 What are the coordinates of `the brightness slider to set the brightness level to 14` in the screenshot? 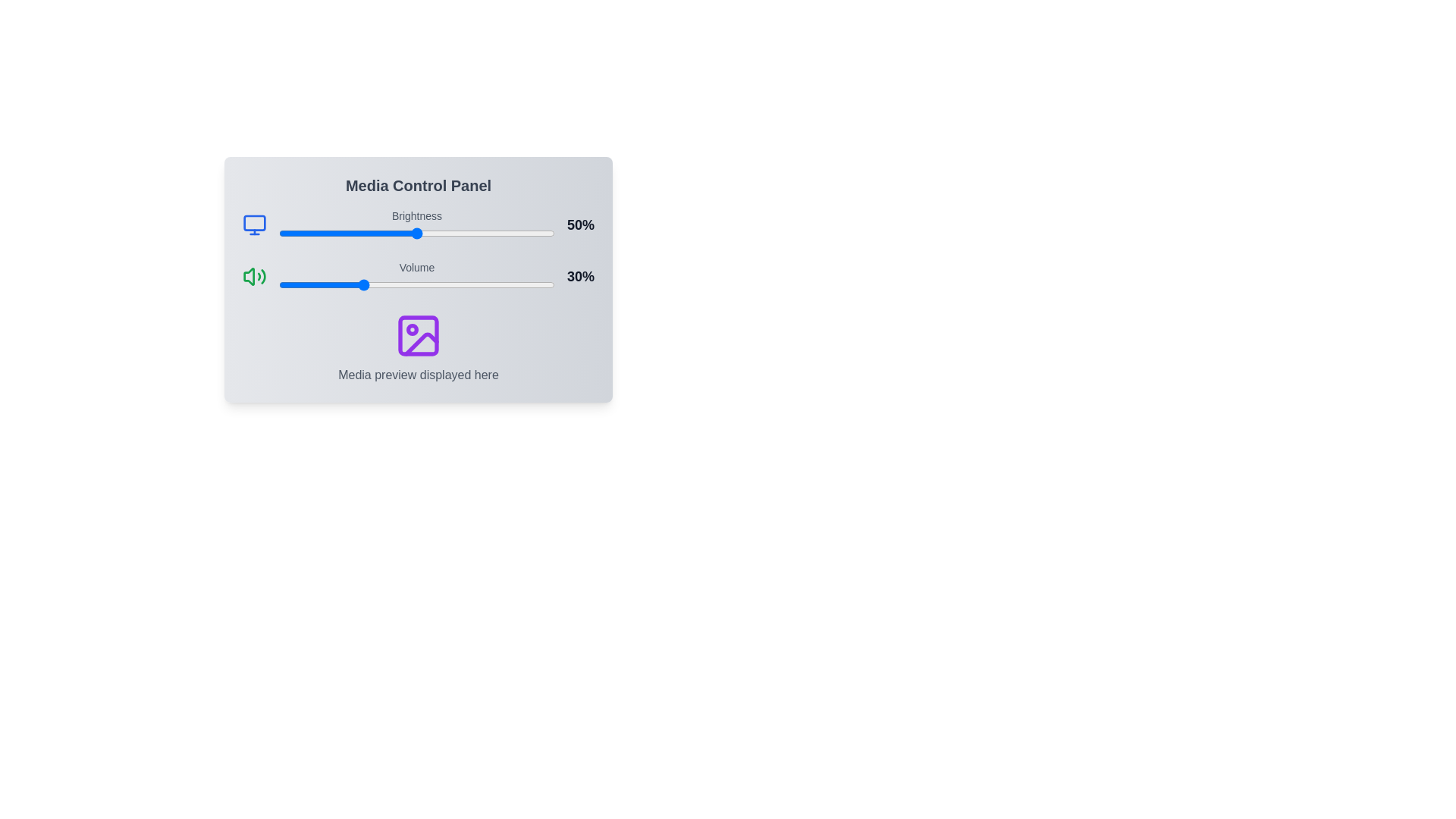 It's located at (316, 234).